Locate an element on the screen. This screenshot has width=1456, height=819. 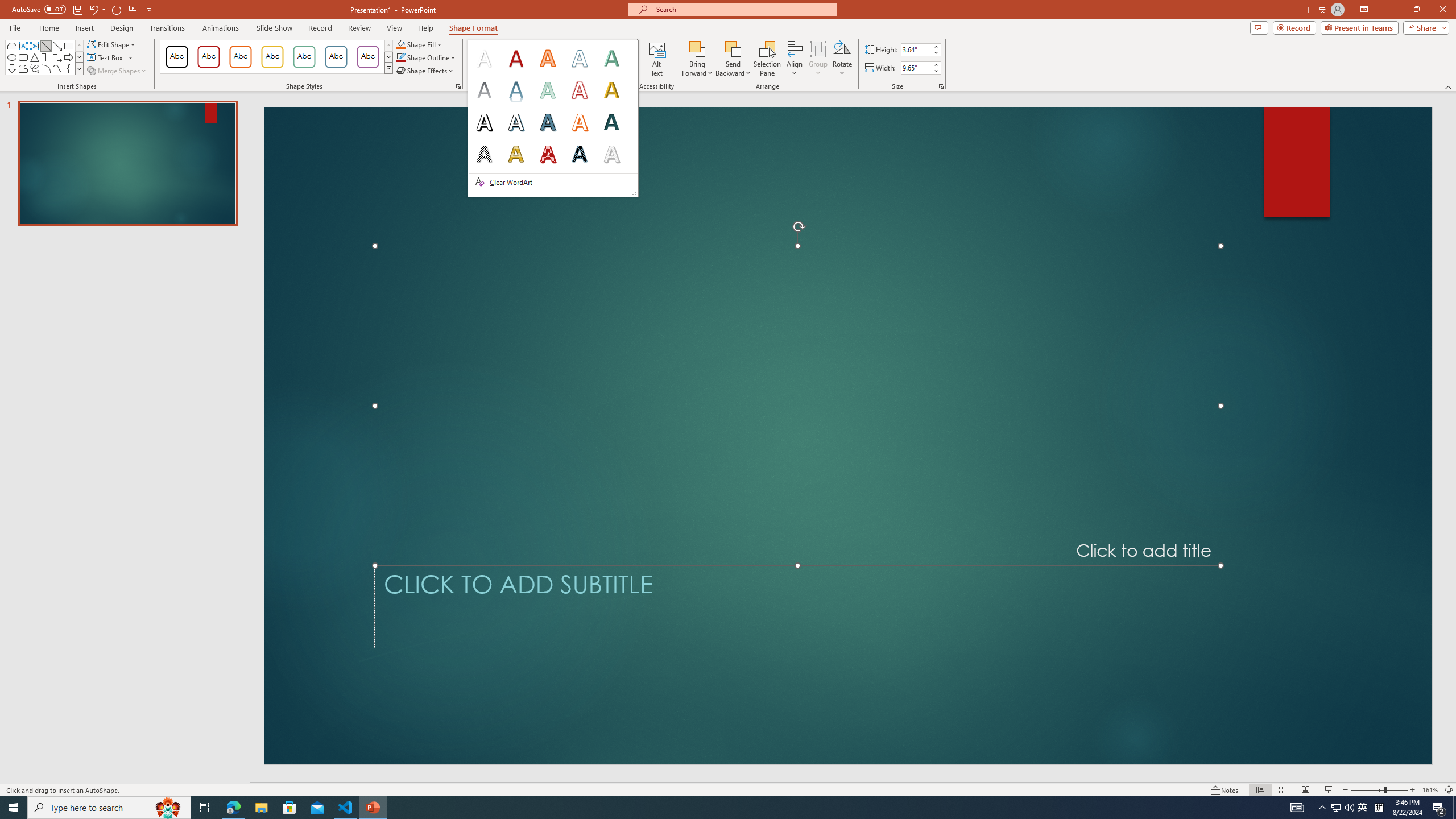
'Merge Shapes' is located at coordinates (118, 69).